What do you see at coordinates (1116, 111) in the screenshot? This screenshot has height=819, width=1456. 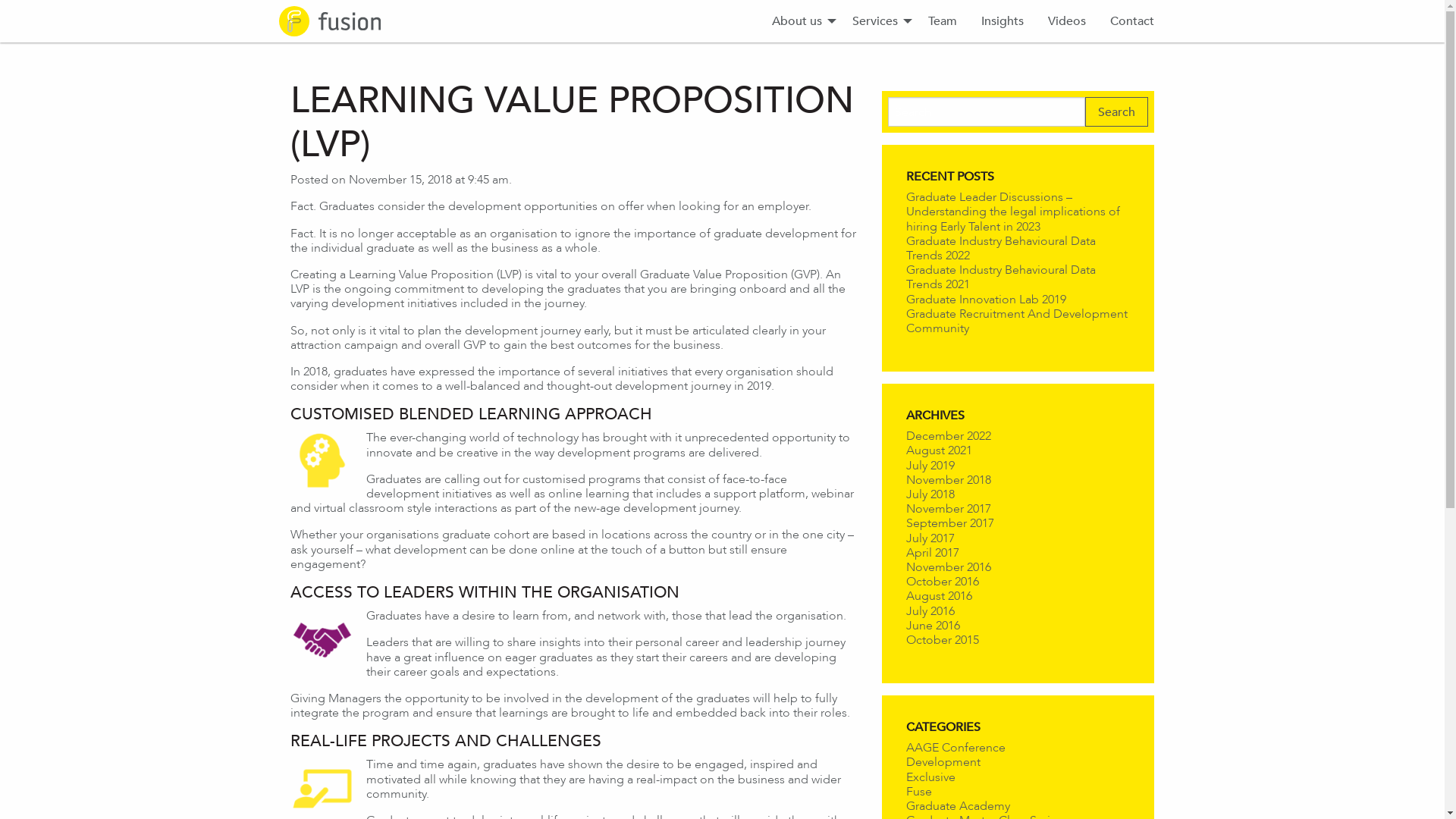 I see `'Search'` at bounding box center [1116, 111].